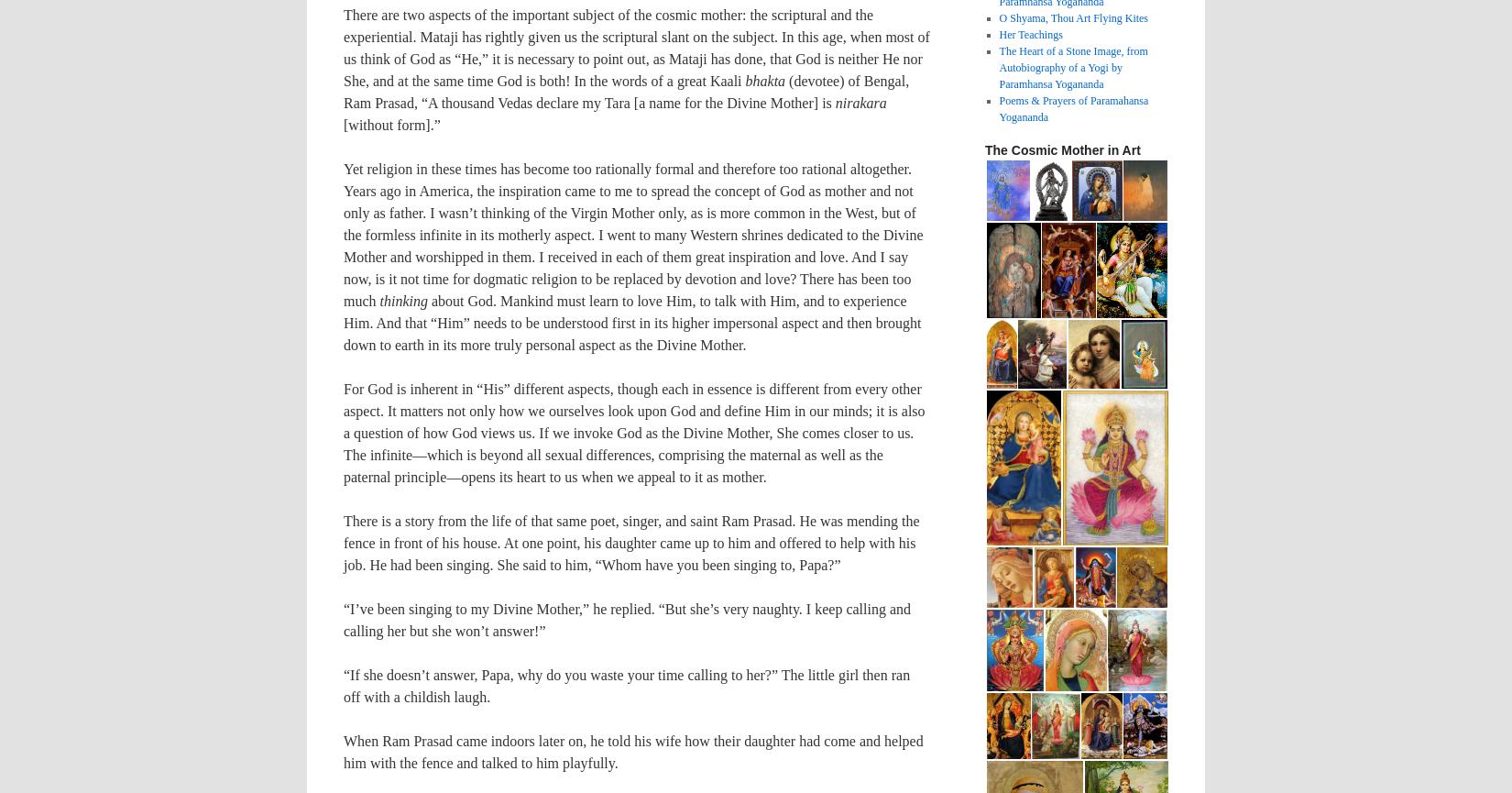 This screenshot has height=793, width=1512. I want to click on 'There are two aspects of the important subject of the cosmic mother: the scriptural and the experiential. Mataji has rightly given us the scriptural slant on the subject. In this age, when most of us think of God as “He,” it is necessary to point out, as Mataji has done, that God is neither He nor She, and at the same time God is both! In the words of a great Kaali', so click(635, 48).